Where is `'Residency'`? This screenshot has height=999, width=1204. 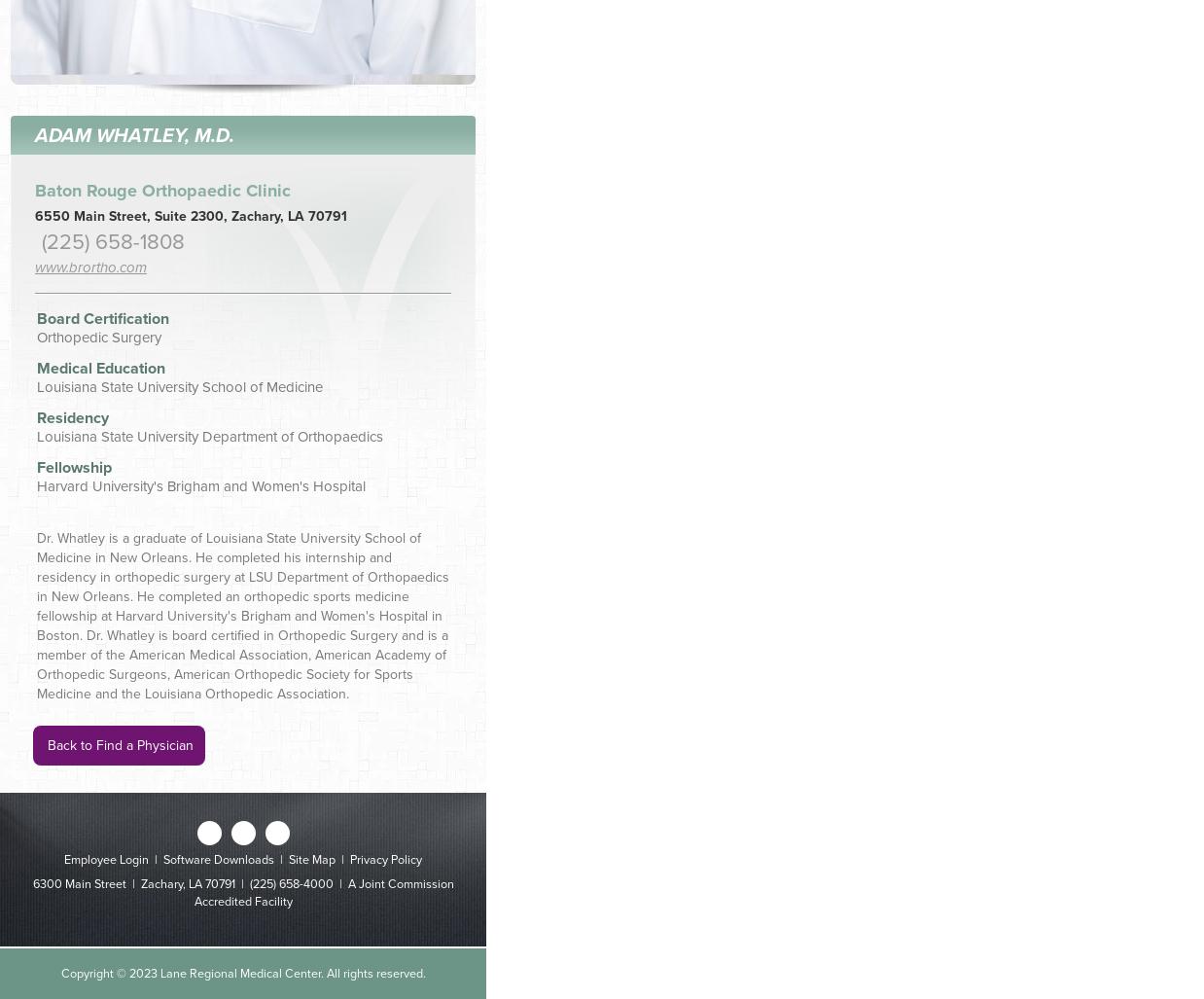
'Residency' is located at coordinates (36, 415).